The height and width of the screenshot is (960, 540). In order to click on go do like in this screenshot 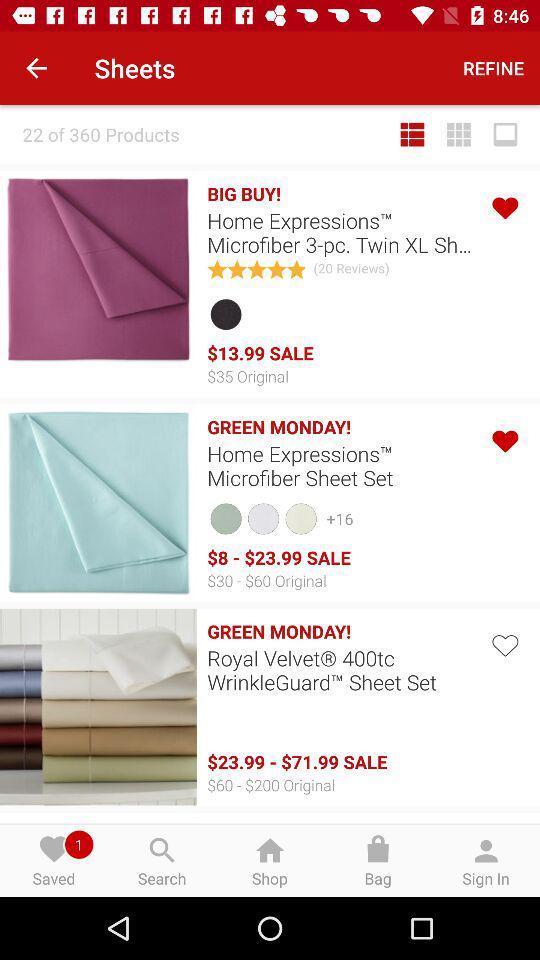, I will do `click(503, 439)`.